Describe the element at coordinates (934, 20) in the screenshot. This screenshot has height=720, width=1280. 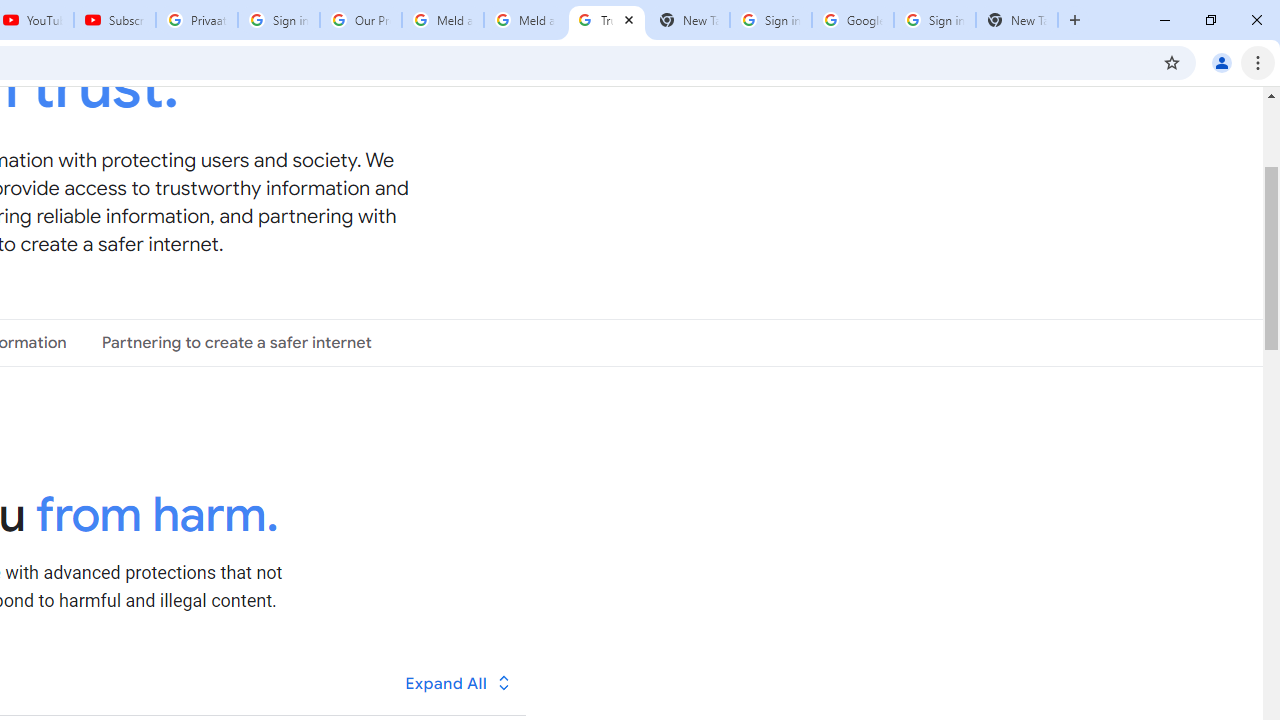
I see `'Sign in - Google Accounts'` at that location.